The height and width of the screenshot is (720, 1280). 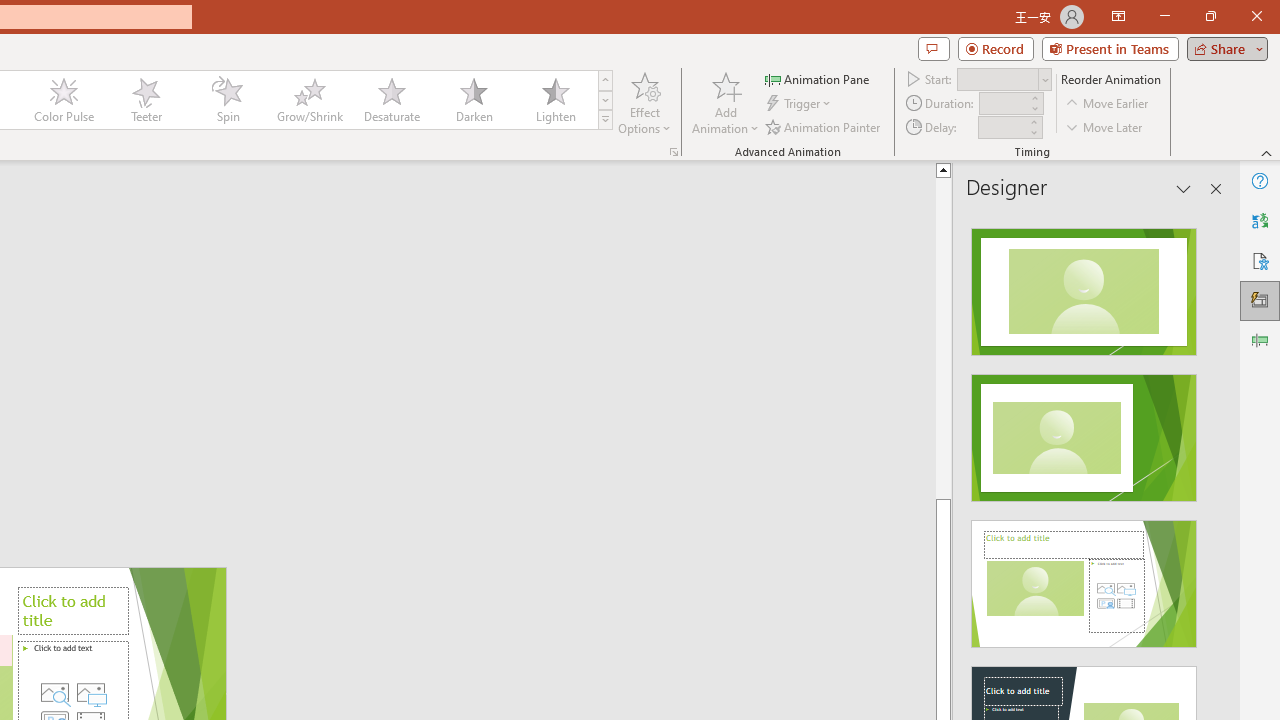 I want to click on 'Recommended Design: Design Idea', so click(x=1083, y=286).